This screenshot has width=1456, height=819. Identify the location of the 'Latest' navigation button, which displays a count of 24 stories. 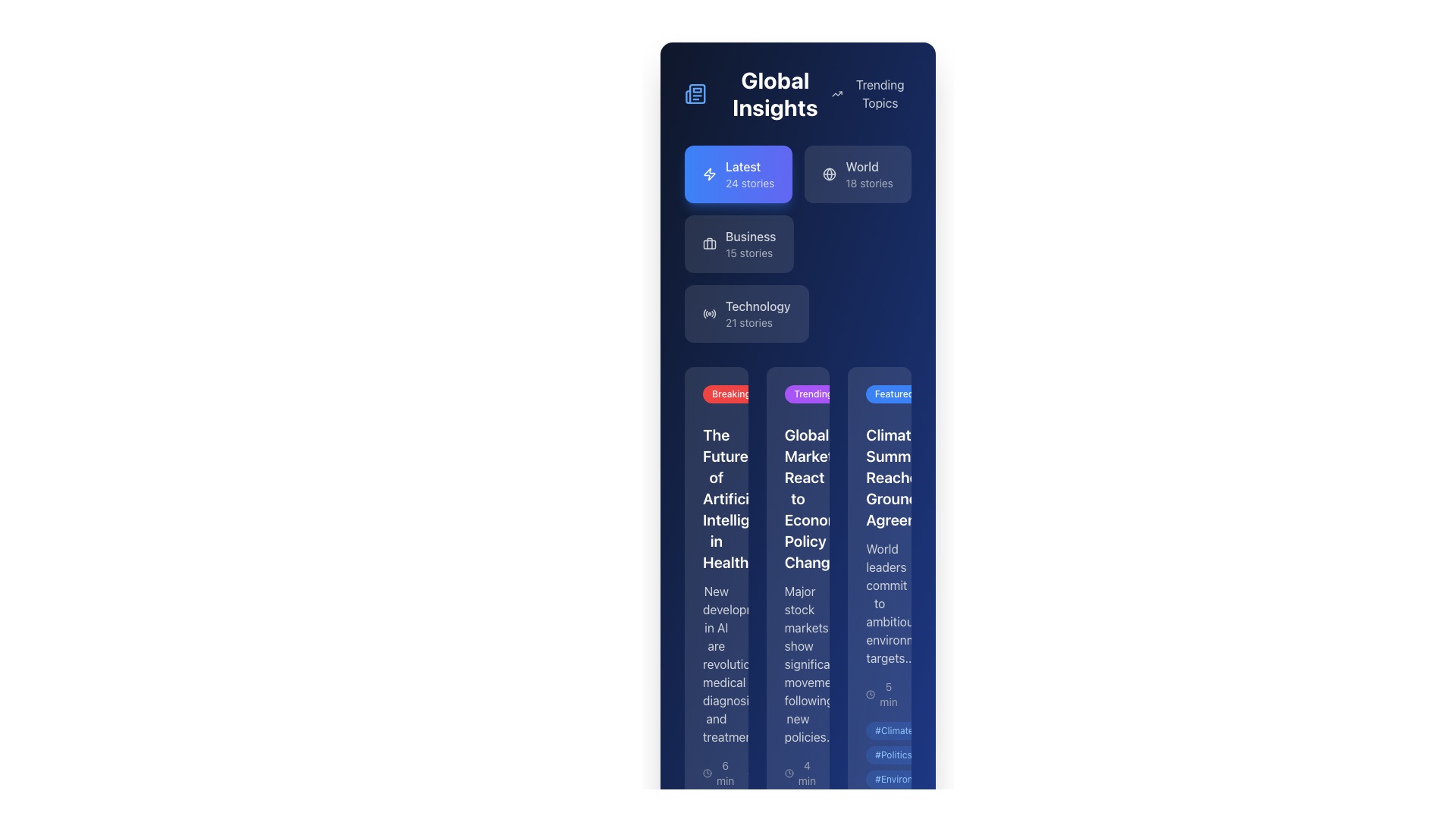
(739, 174).